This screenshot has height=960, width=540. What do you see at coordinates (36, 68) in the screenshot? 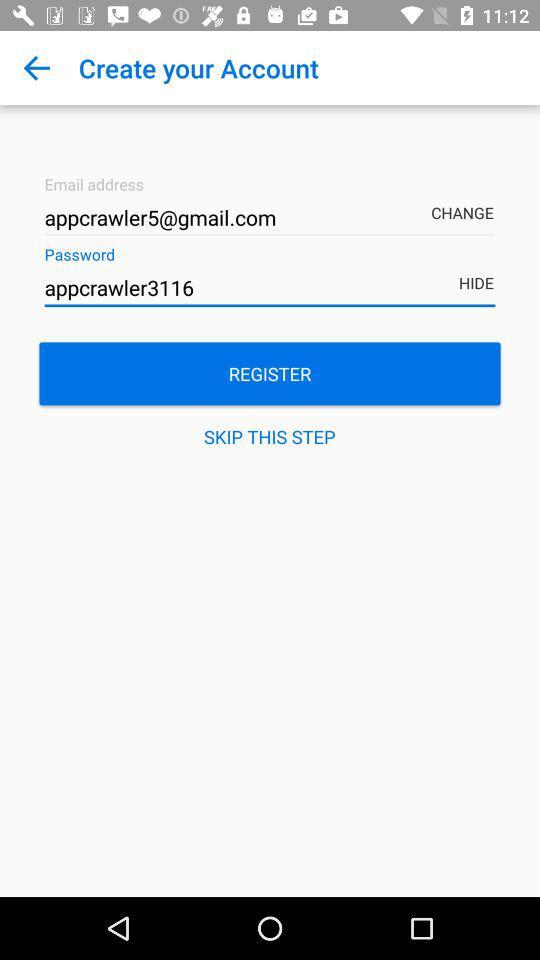
I see `the item to the left of create your account icon` at bounding box center [36, 68].